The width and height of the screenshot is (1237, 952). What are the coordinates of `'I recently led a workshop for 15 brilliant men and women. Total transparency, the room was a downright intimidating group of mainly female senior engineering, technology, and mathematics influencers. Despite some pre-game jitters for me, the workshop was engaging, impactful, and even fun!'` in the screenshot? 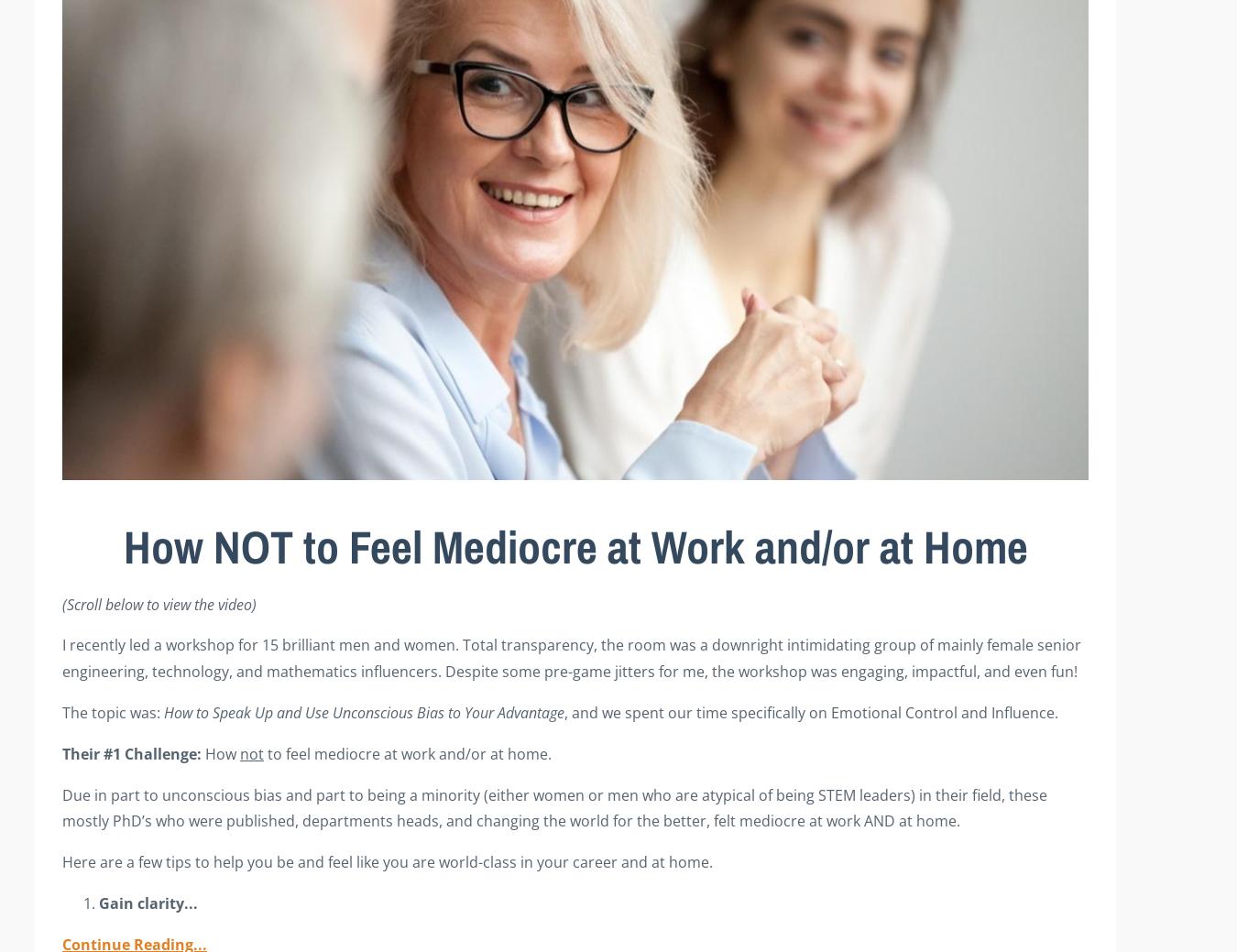 It's located at (571, 657).